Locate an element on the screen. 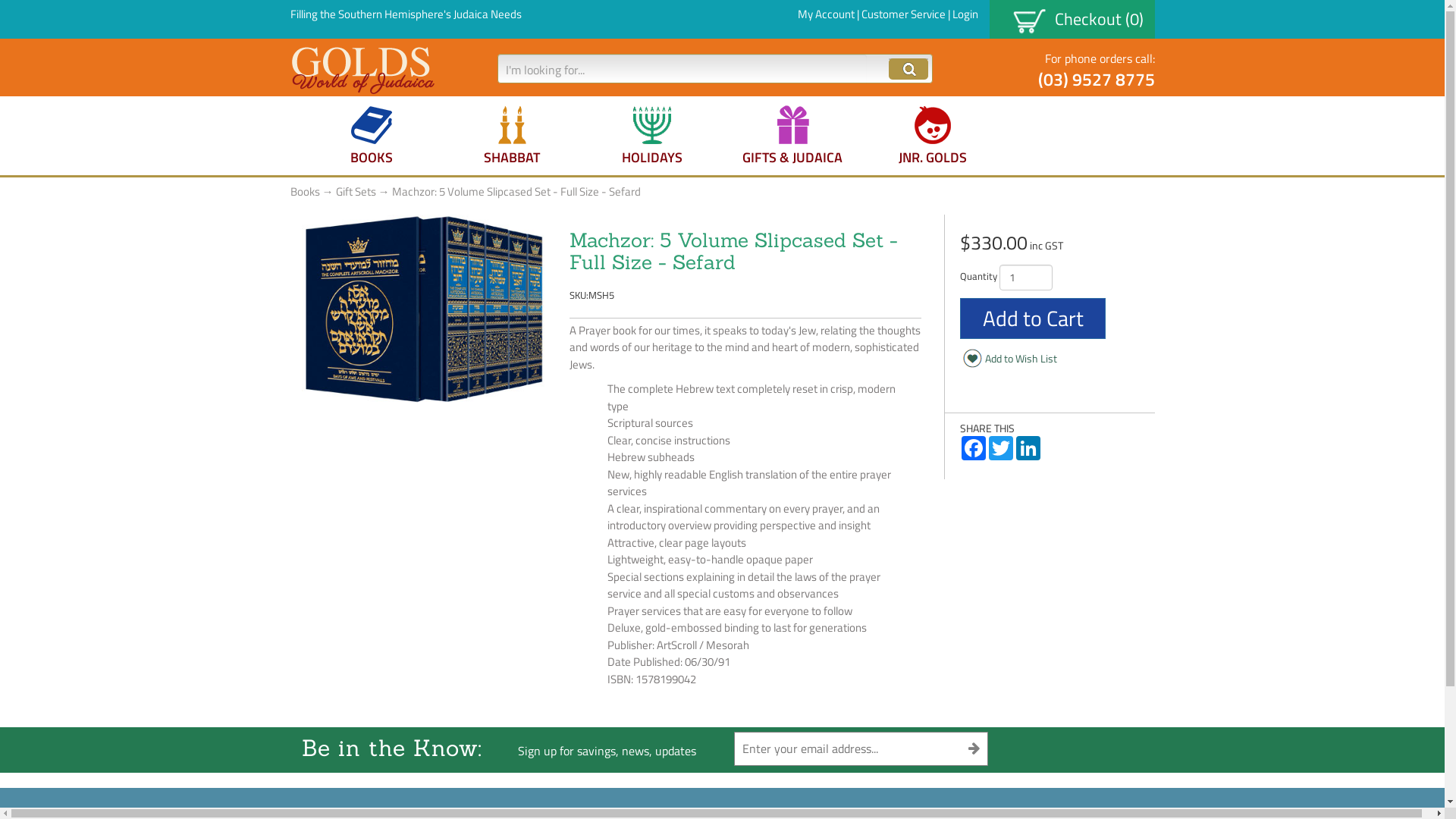 The height and width of the screenshot is (819, 1456). 'GIFTS & JUDAICA' is located at coordinates (734, 134).